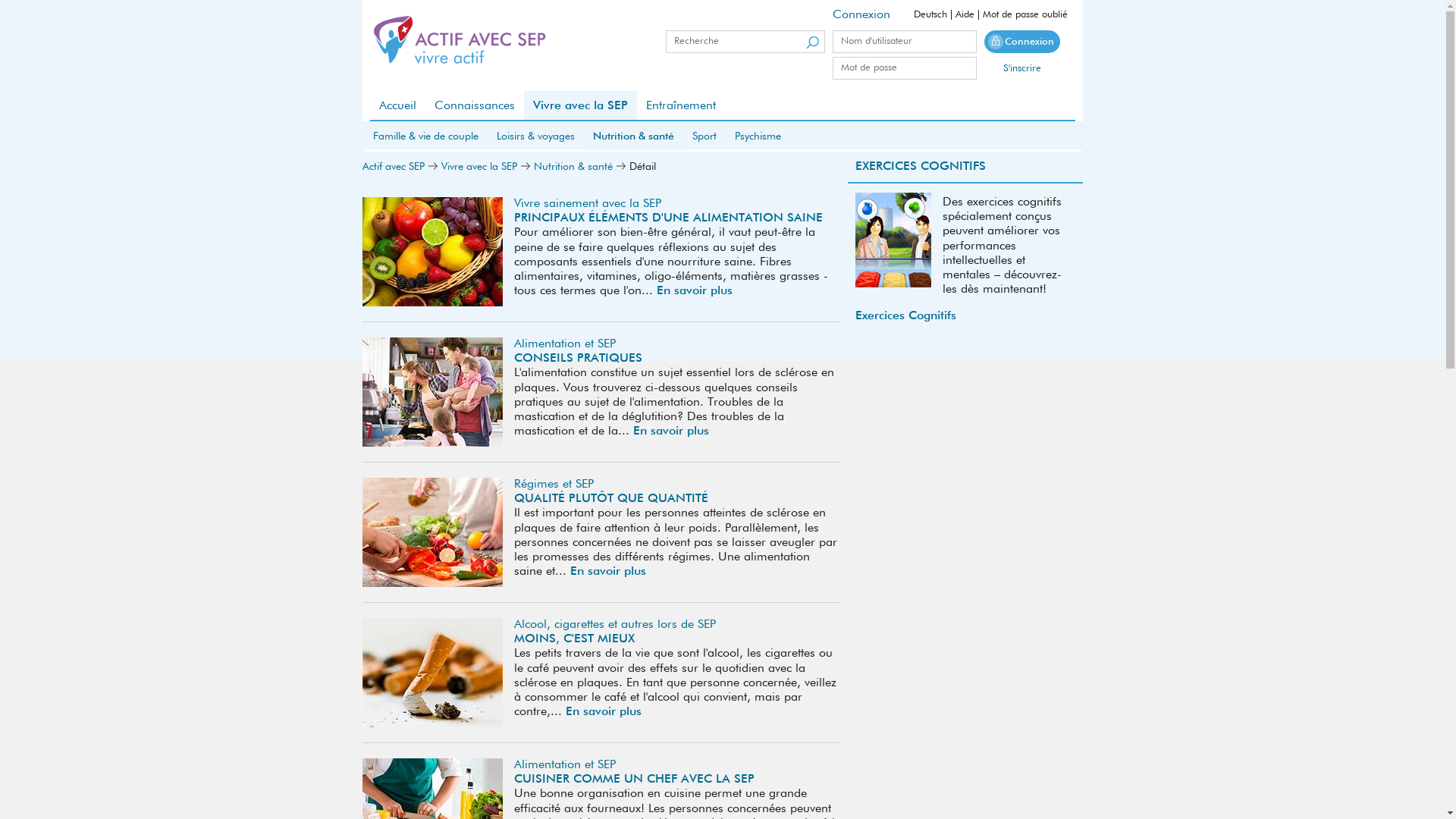 The image size is (1456, 819). What do you see at coordinates (757, 136) in the screenshot?
I see `'Psychisme'` at bounding box center [757, 136].